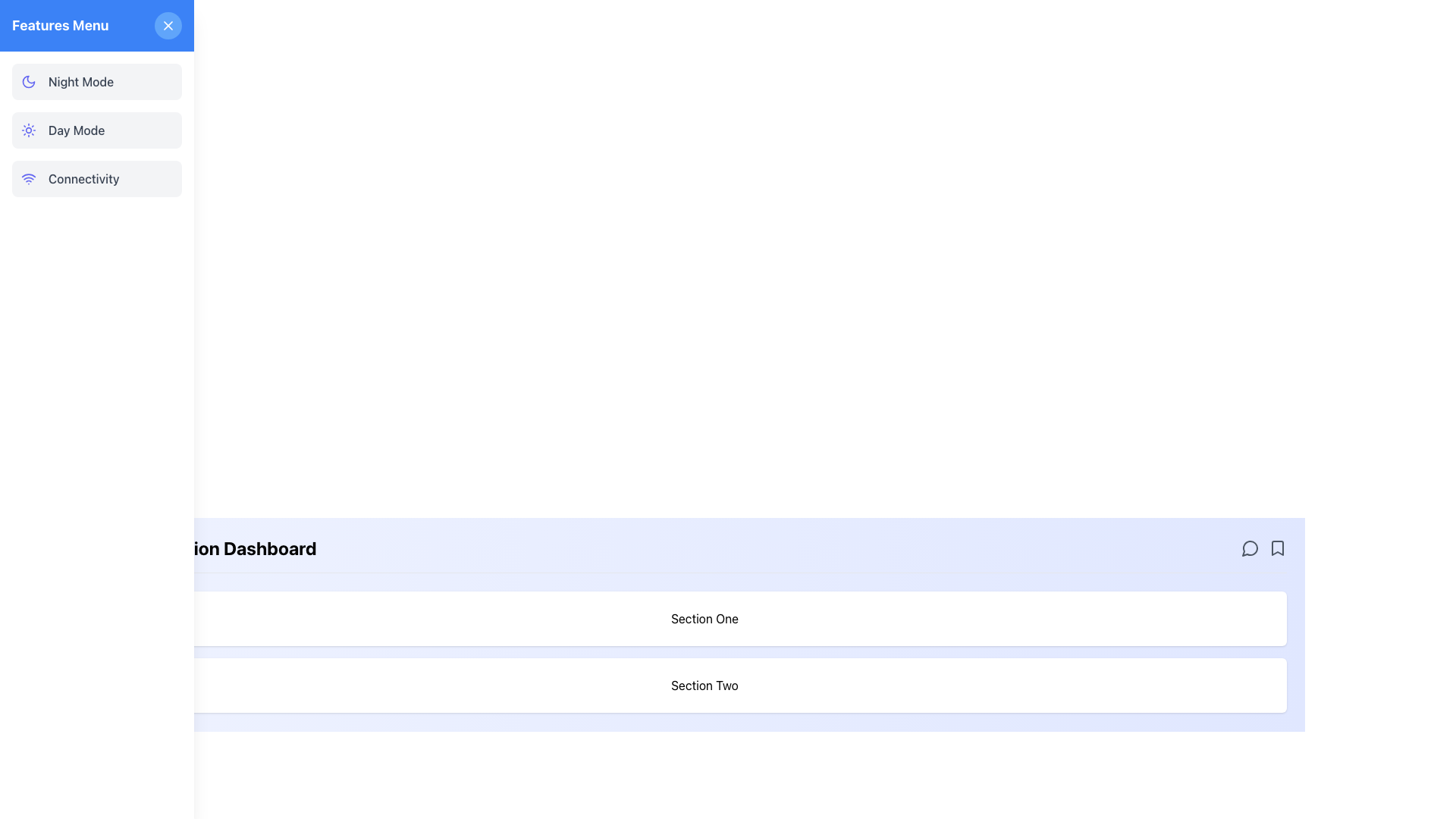  What do you see at coordinates (96, 130) in the screenshot?
I see `the 'Day Mode' selectable menu item, which features a sun icon in indigo and the text 'Day Mode' in a darker font, located in the Features Menu section` at bounding box center [96, 130].